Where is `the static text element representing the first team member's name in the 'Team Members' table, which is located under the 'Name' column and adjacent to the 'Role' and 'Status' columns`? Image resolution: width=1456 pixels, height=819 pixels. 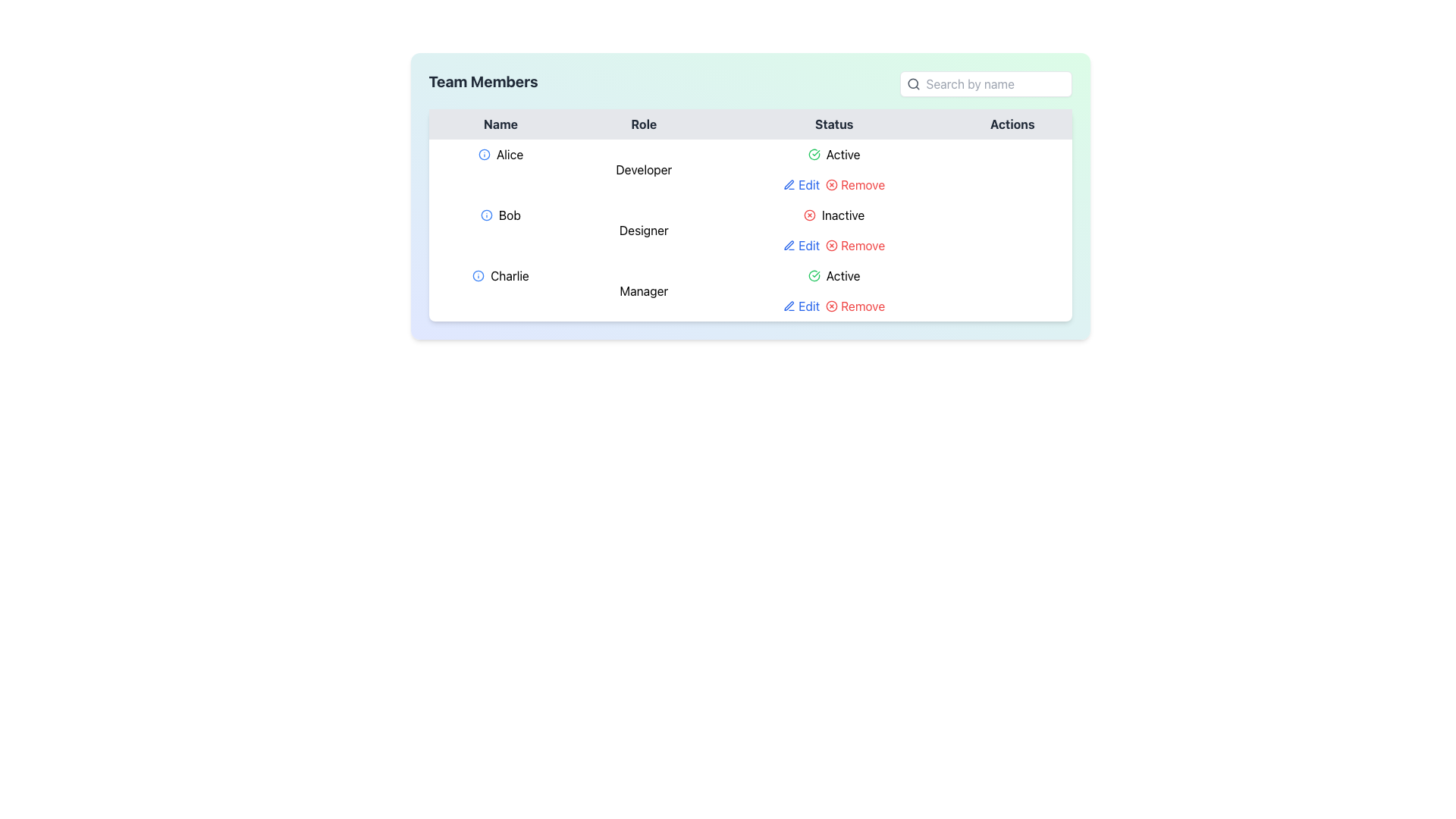 the static text element representing the first team member's name in the 'Team Members' table, which is located under the 'Name' column and adjacent to the 'Role' and 'Status' columns is located at coordinates (500, 155).